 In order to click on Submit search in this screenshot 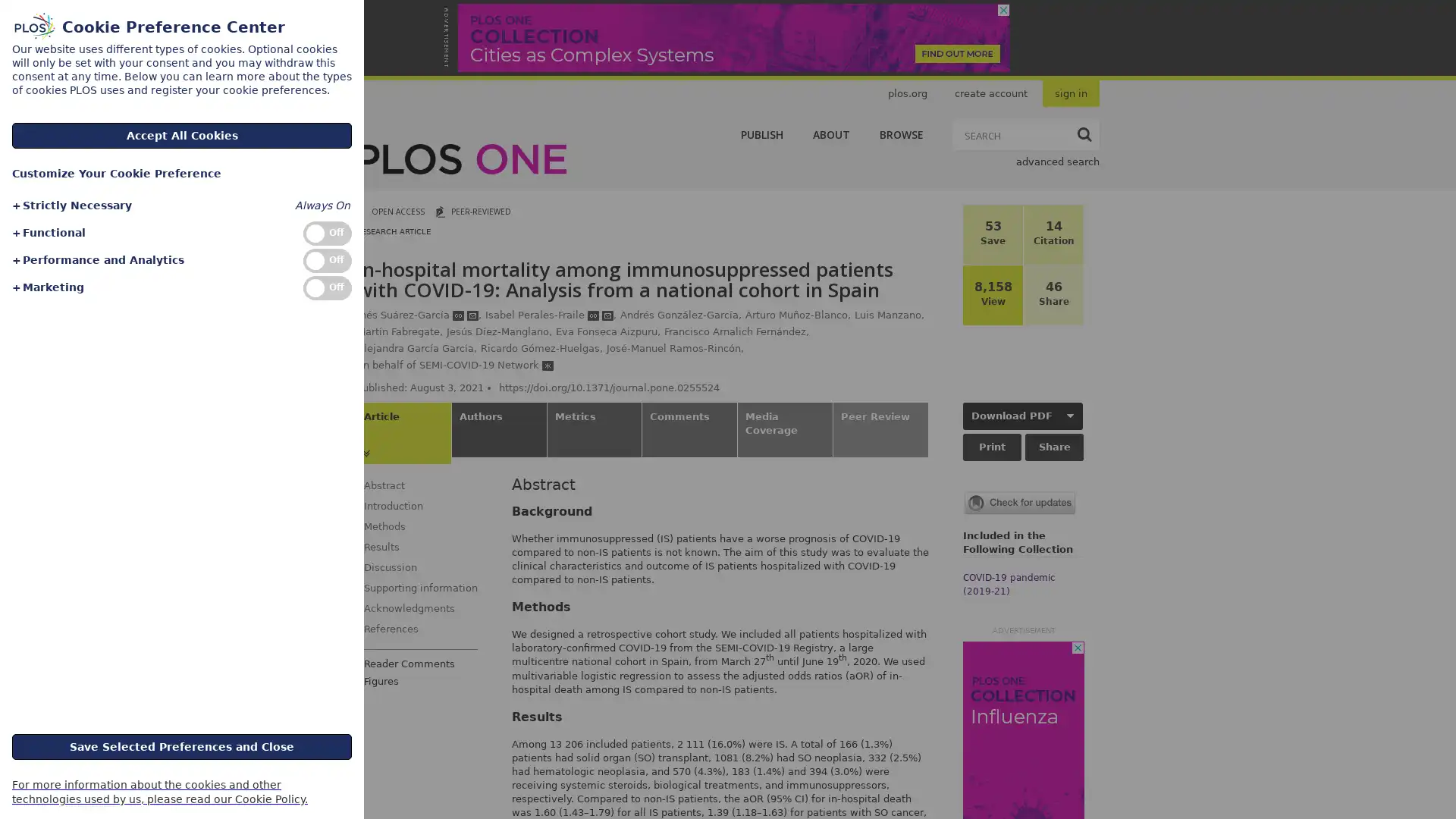, I will do `click(1084, 133)`.